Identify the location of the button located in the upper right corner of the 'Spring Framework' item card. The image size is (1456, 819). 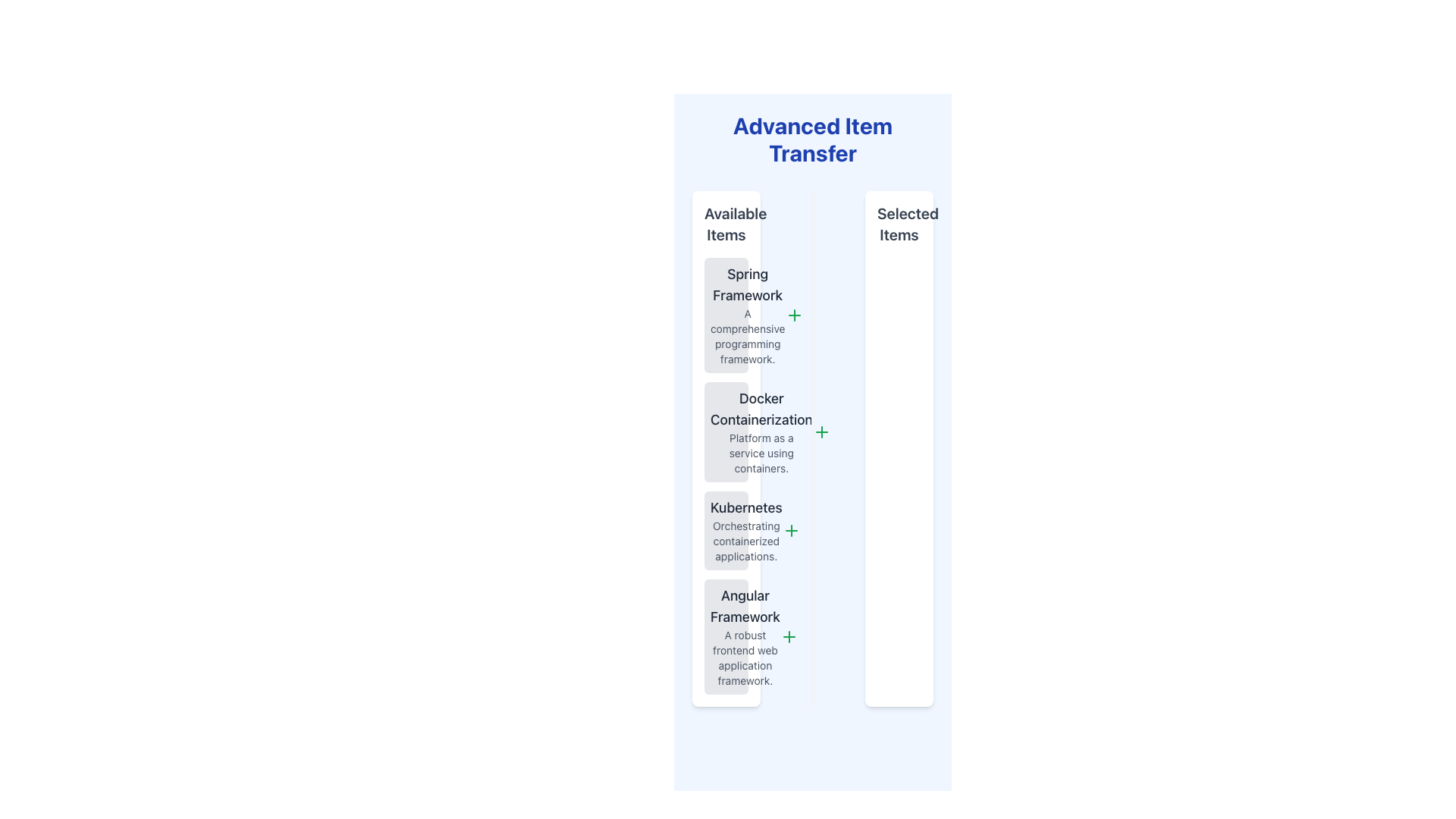
(793, 315).